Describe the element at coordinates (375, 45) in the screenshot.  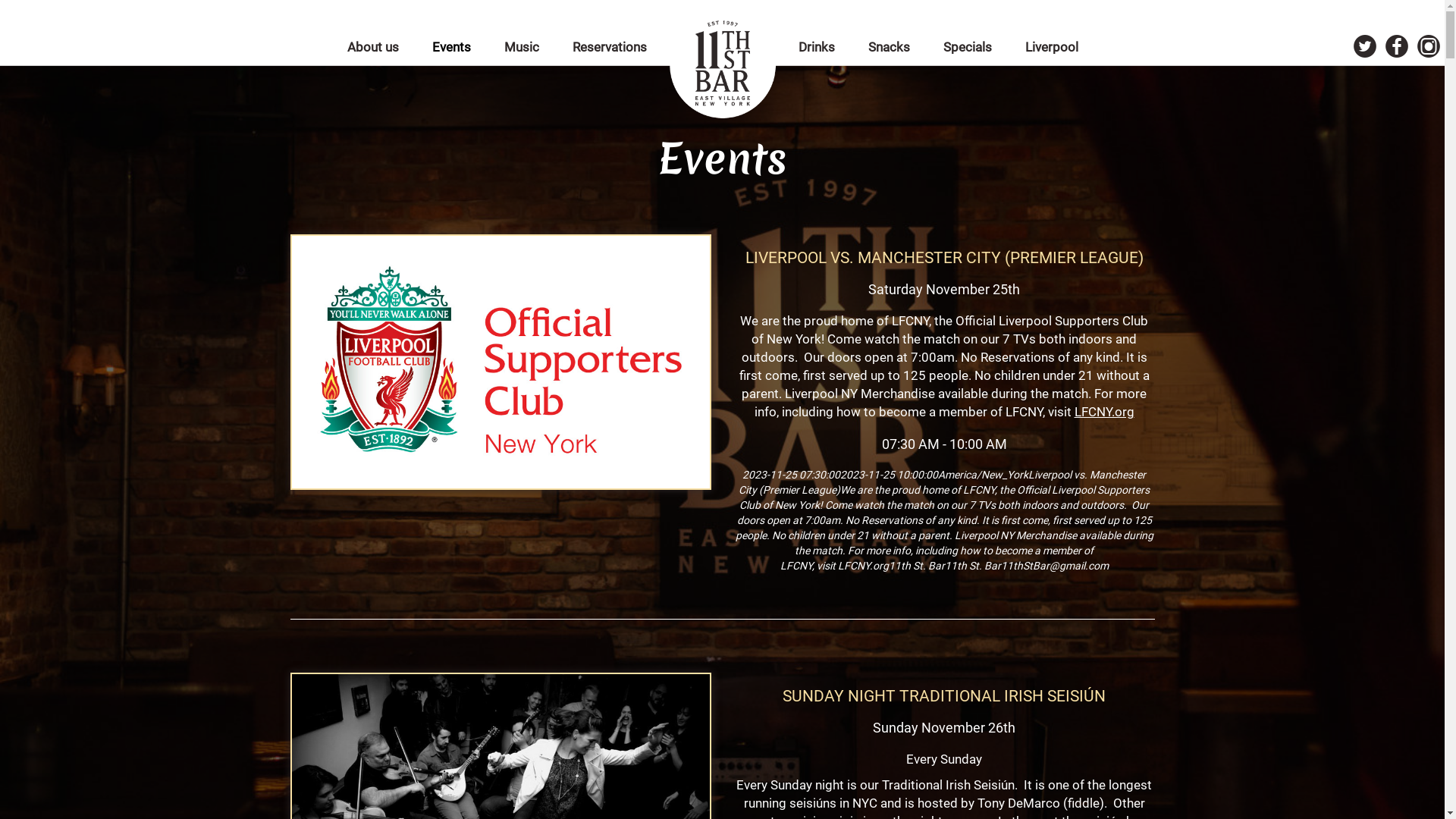
I see `'About us'` at that location.